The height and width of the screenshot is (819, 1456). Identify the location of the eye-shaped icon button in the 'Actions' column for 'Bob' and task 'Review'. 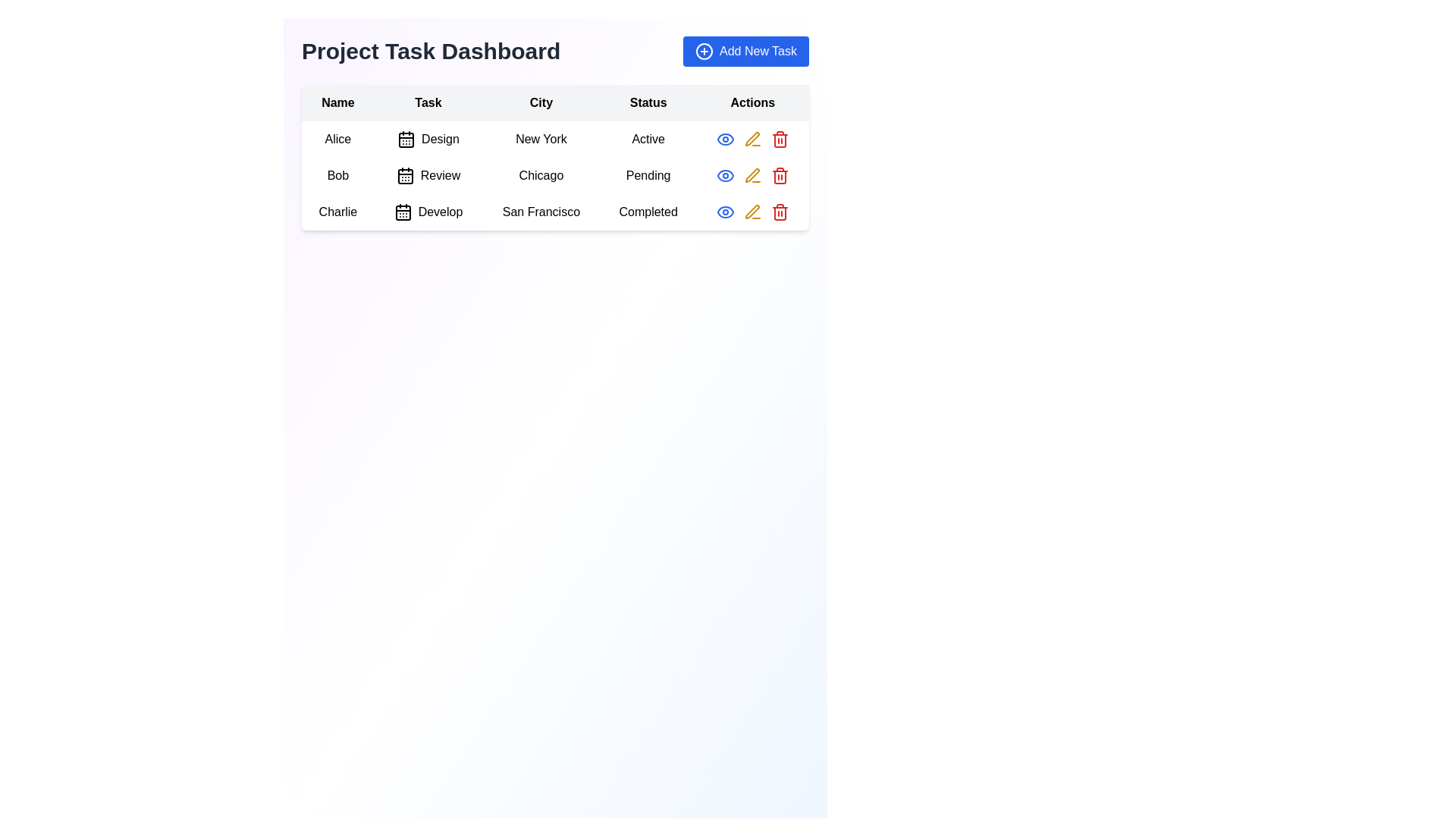
(724, 140).